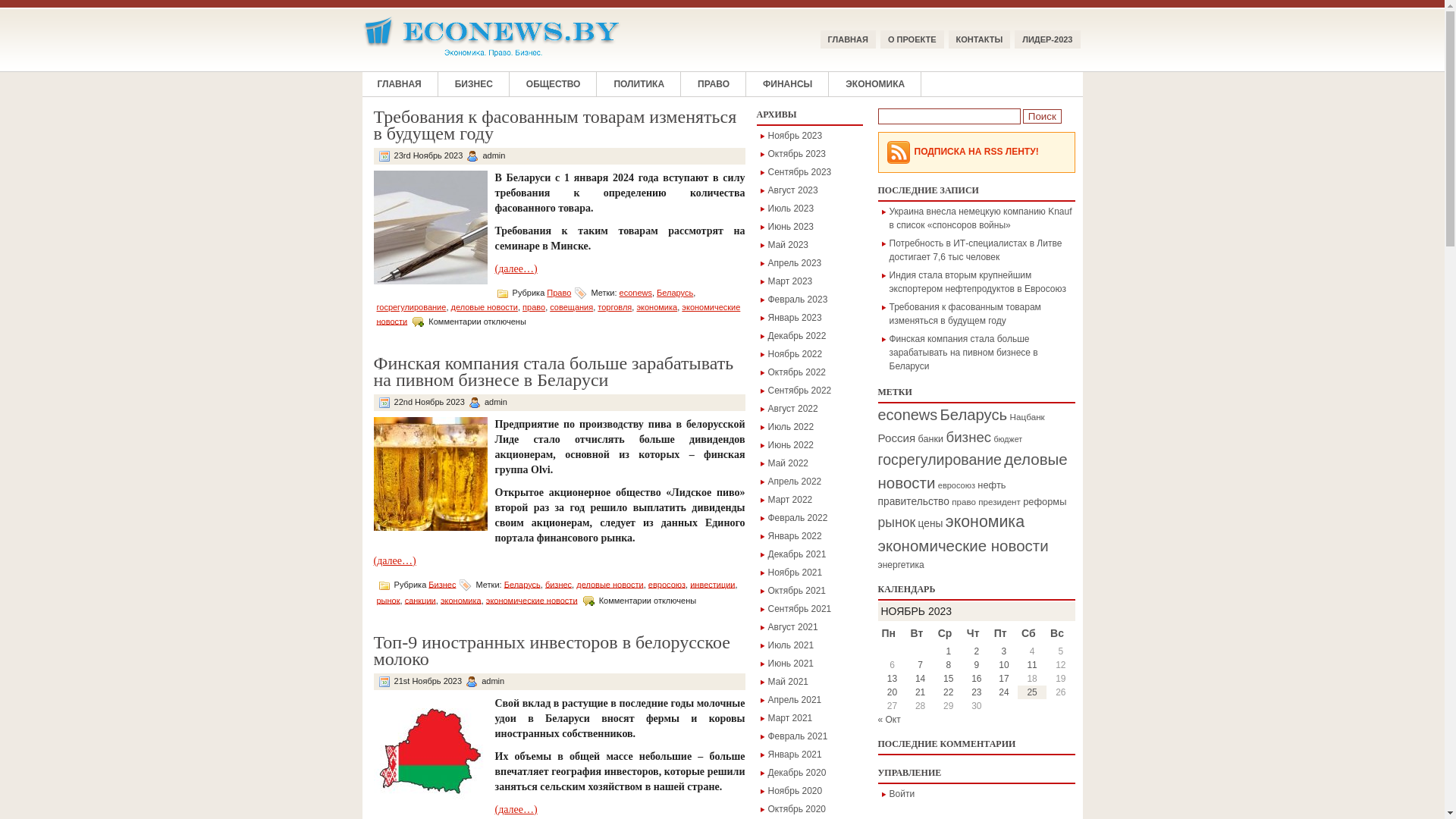 This screenshot has height=819, width=1456. What do you see at coordinates (1003, 677) in the screenshot?
I see `'17'` at bounding box center [1003, 677].